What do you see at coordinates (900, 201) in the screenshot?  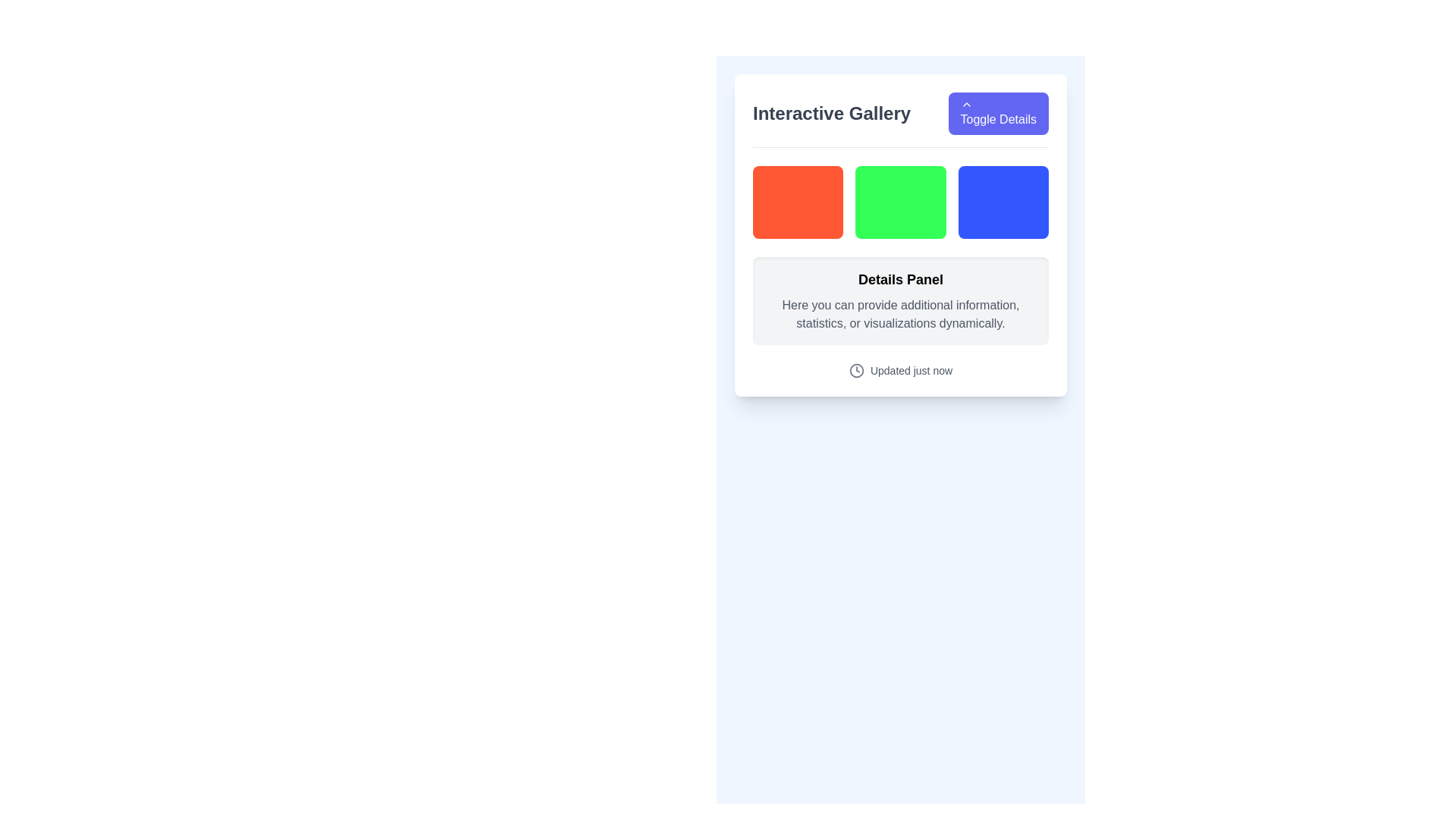 I see `the decorative block located in the center of three horizontally aligned elements under the 'Interactive Gallery' title` at bounding box center [900, 201].